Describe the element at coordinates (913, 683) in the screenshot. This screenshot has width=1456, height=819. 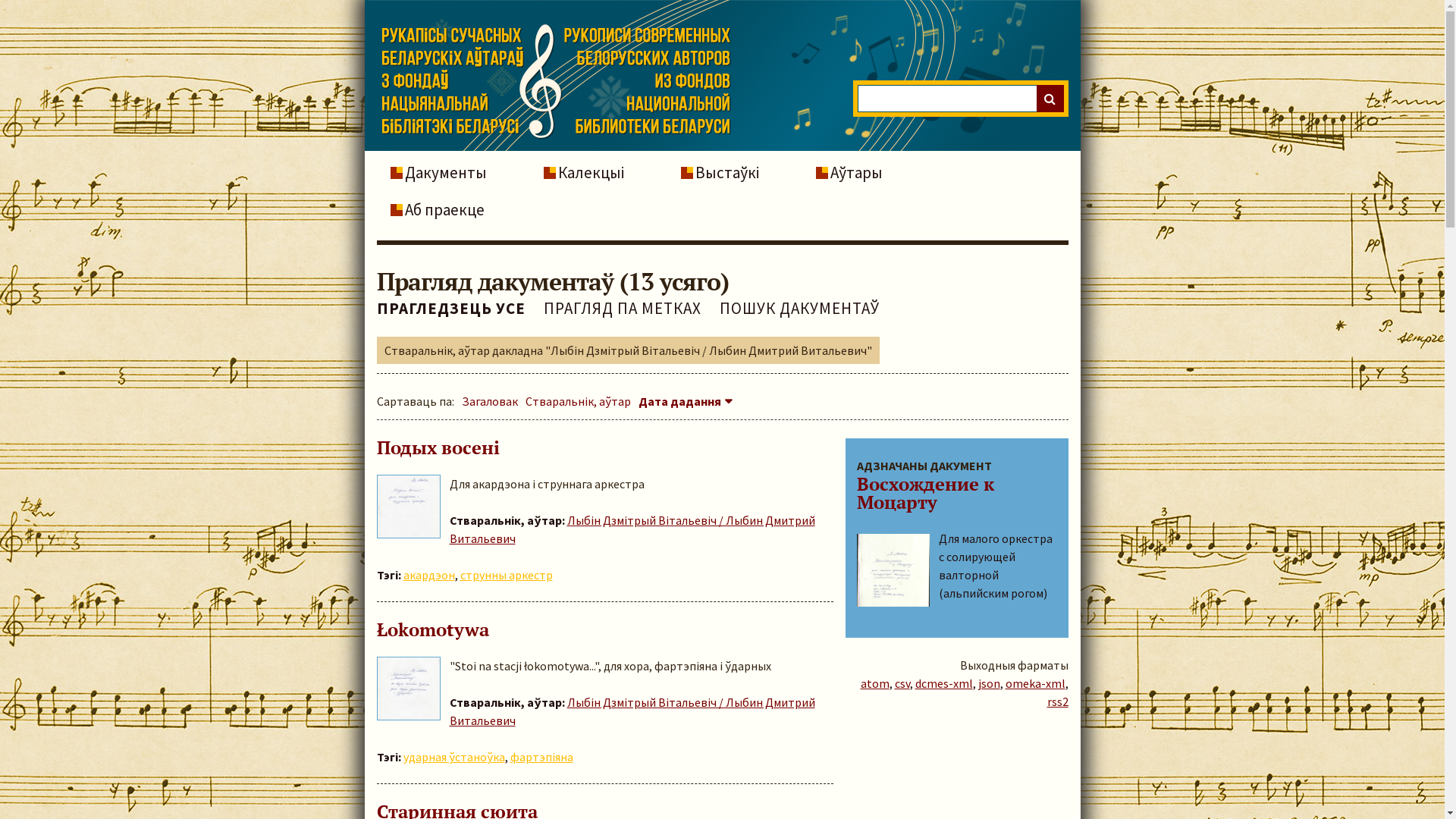
I see `'dcmes-xml'` at that location.